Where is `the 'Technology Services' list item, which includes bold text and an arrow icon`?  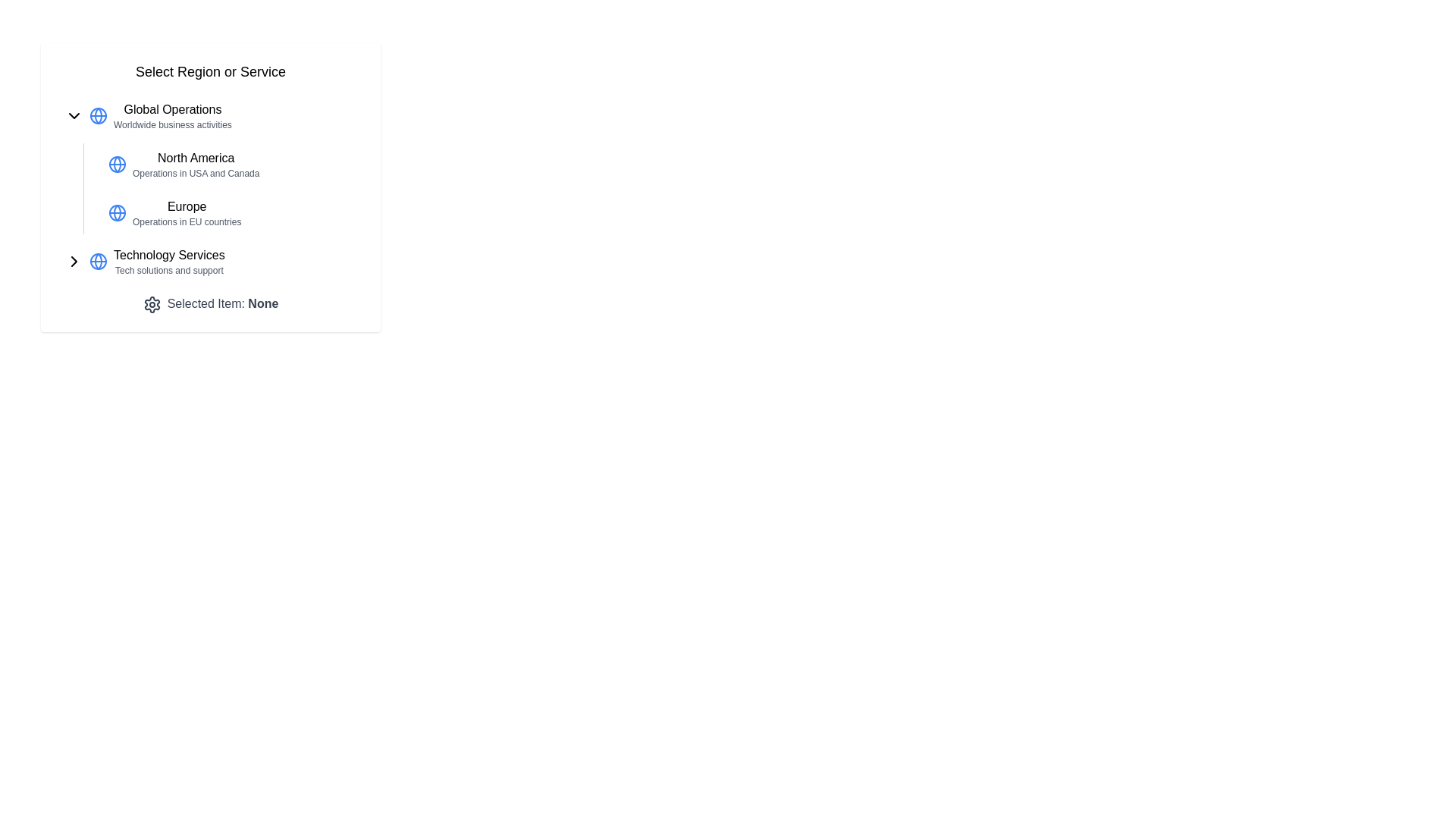
the 'Technology Services' list item, which includes bold text and an arrow icon is located at coordinates (210, 260).